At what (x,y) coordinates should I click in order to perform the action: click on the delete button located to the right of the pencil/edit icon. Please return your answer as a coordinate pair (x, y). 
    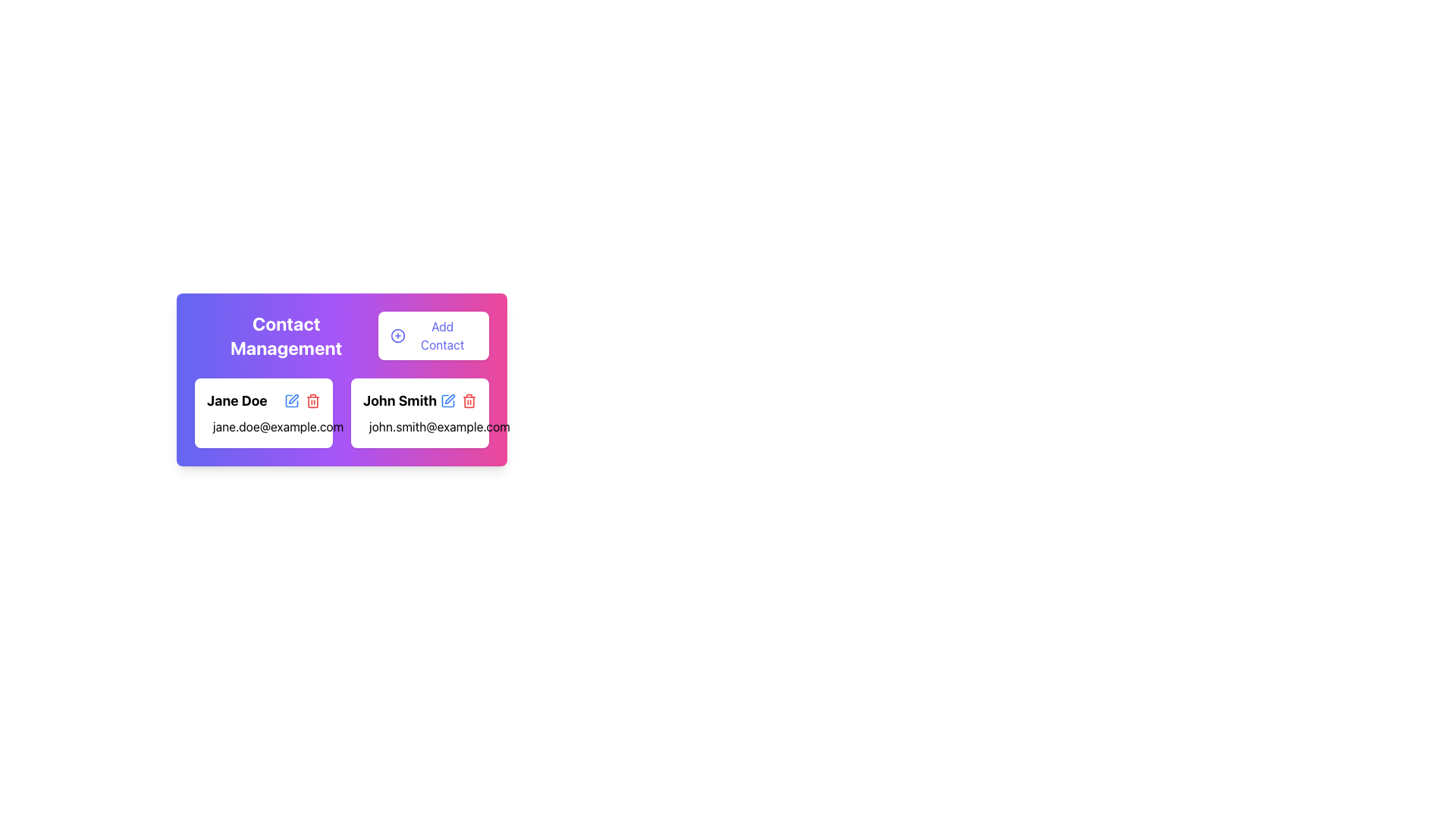
    Looking at the image, I should click on (469, 400).